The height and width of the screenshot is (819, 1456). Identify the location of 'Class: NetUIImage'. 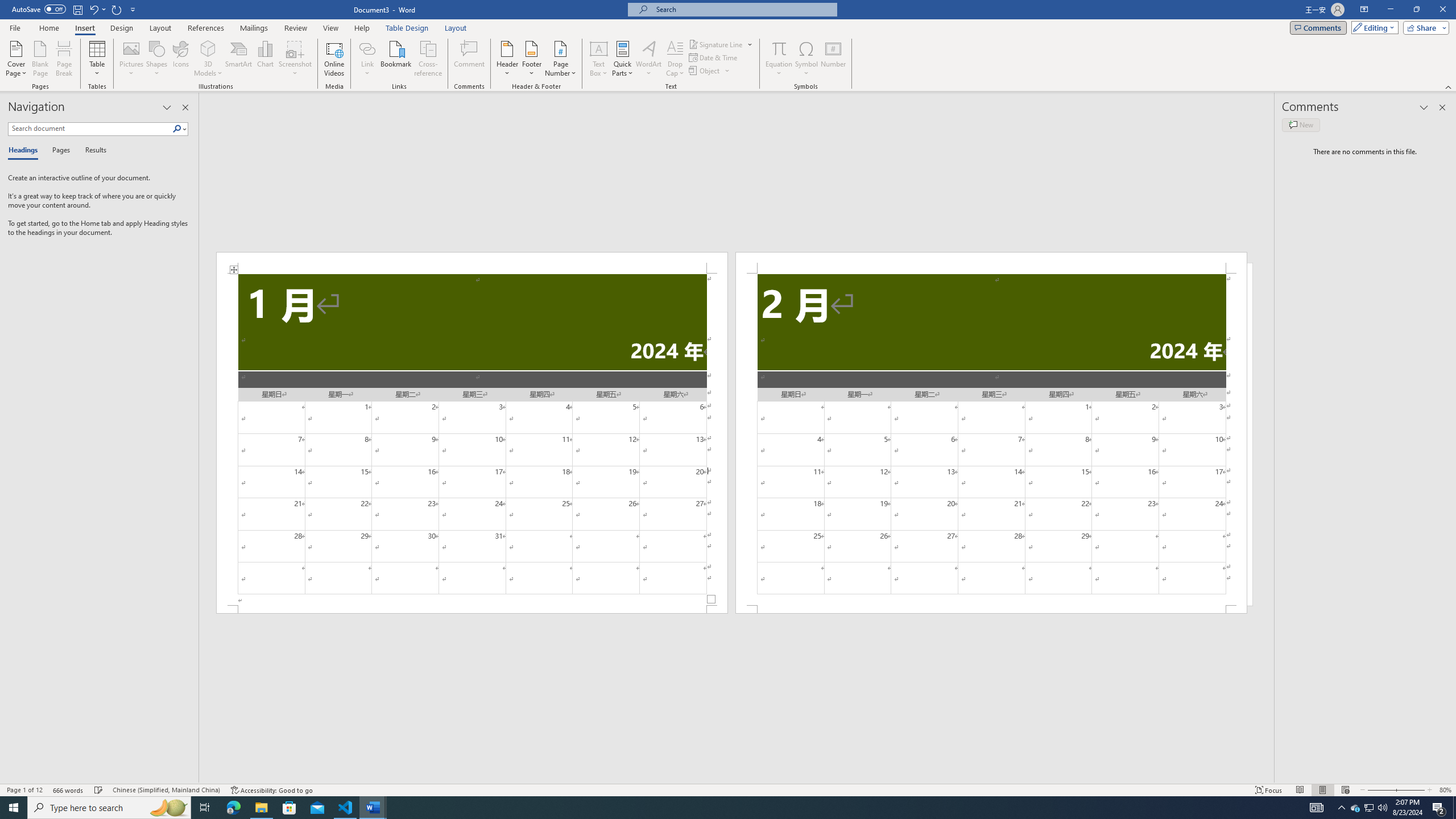
(177, 128).